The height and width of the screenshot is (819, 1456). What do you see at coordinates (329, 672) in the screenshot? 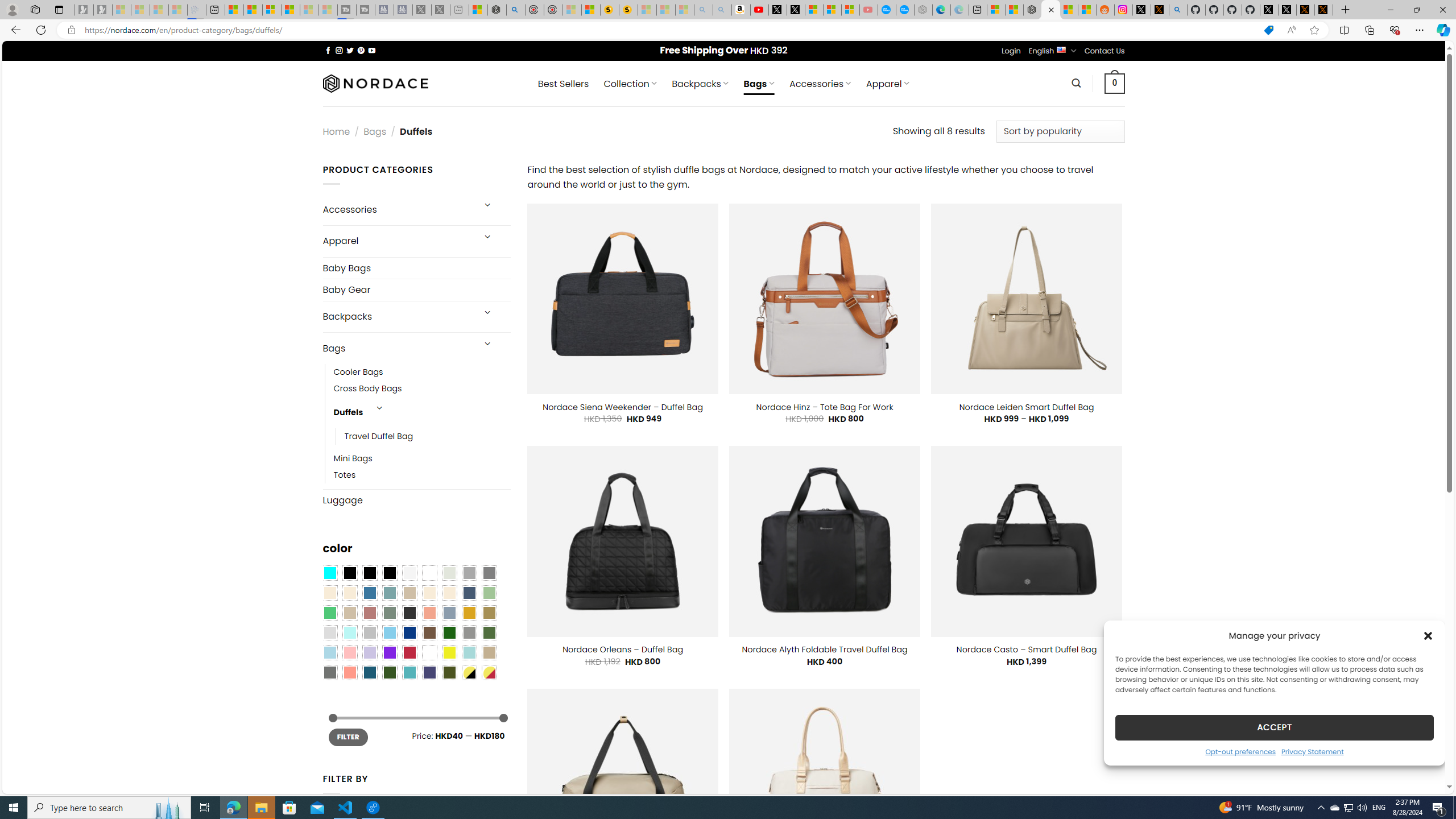
I see `'Dull Nickle'` at bounding box center [329, 672].